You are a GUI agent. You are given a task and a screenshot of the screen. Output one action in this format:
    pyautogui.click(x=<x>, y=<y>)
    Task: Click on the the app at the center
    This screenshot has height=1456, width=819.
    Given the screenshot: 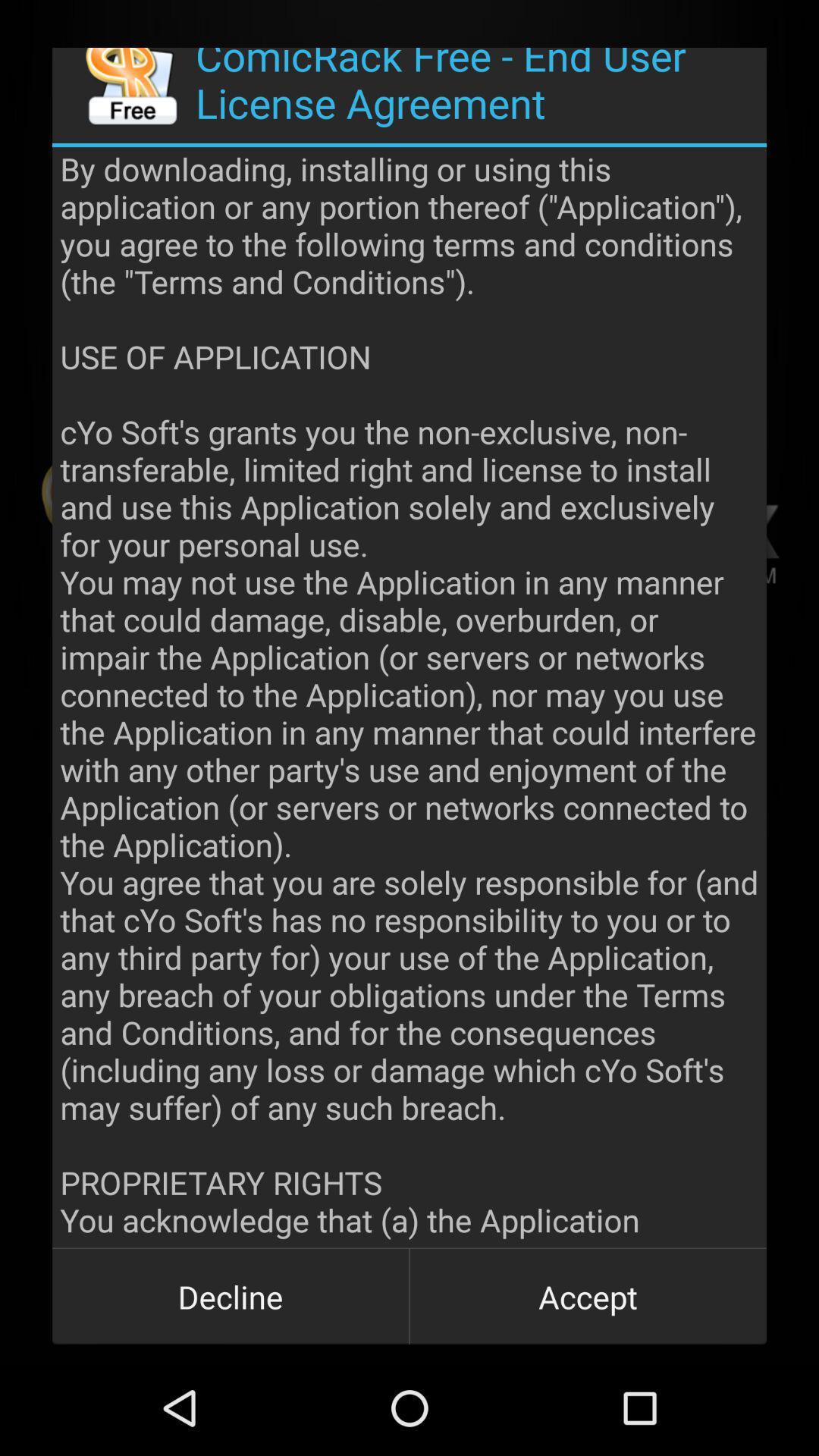 What is the action you would take?
    pyautogui.click(x=409, y=696)
    